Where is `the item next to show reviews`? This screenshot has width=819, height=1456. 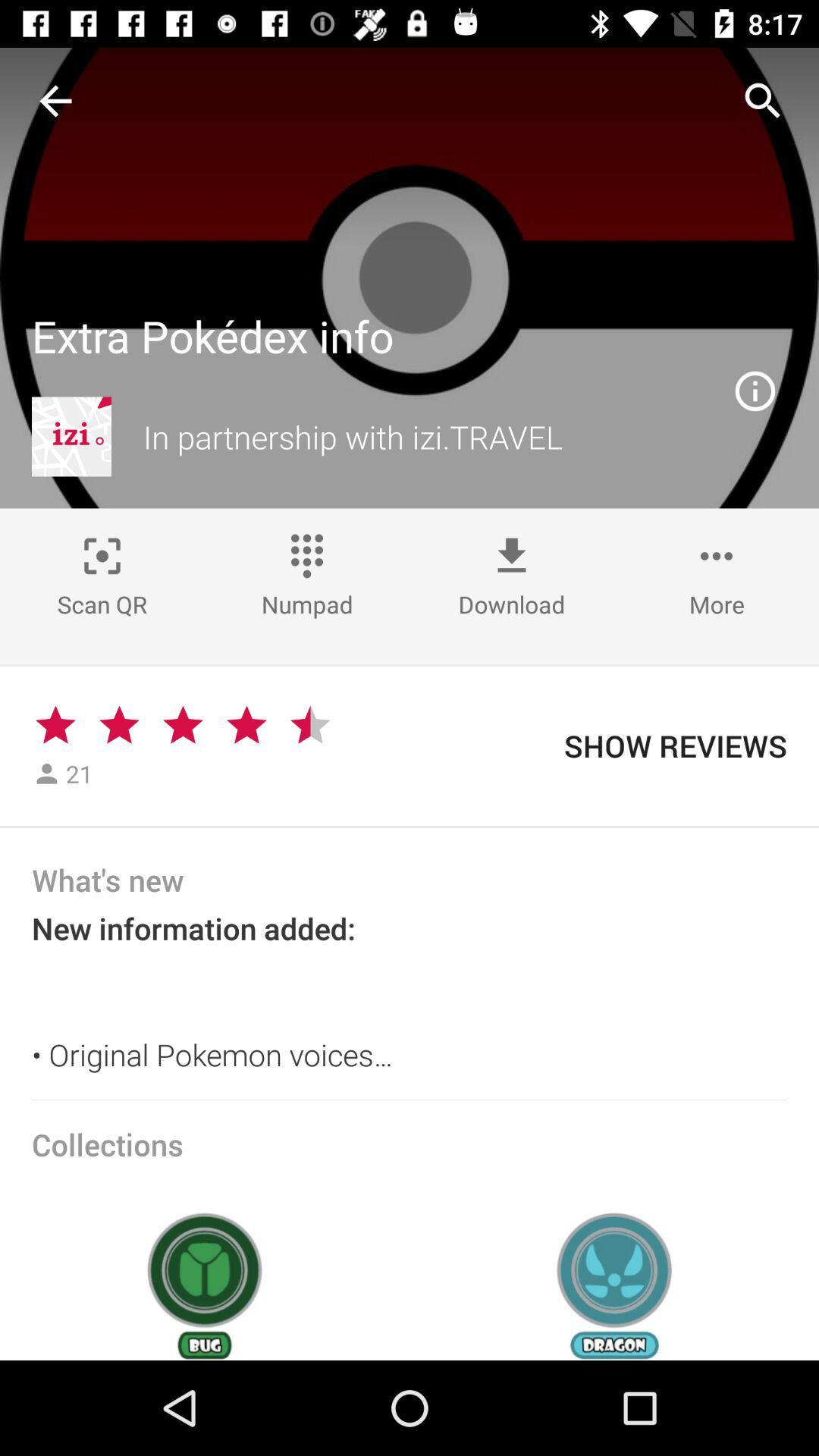 the item next to show reviews is located at coordinates (309, 724).